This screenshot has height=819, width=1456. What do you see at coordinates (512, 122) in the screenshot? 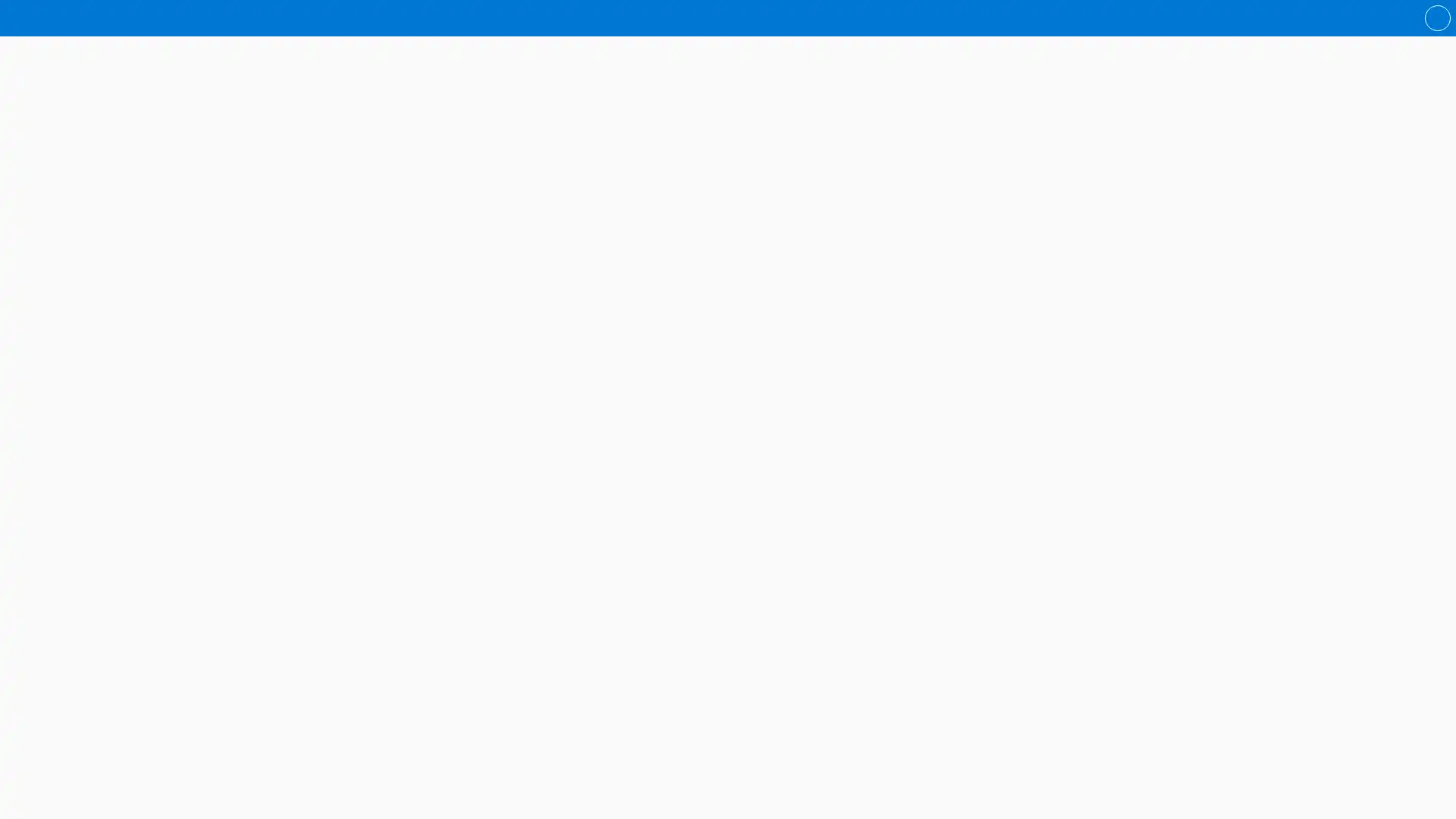
I see `Australian Curriculum notes Frankie Dupont Mysteries folder is shared` at bounding box center [512, 122].